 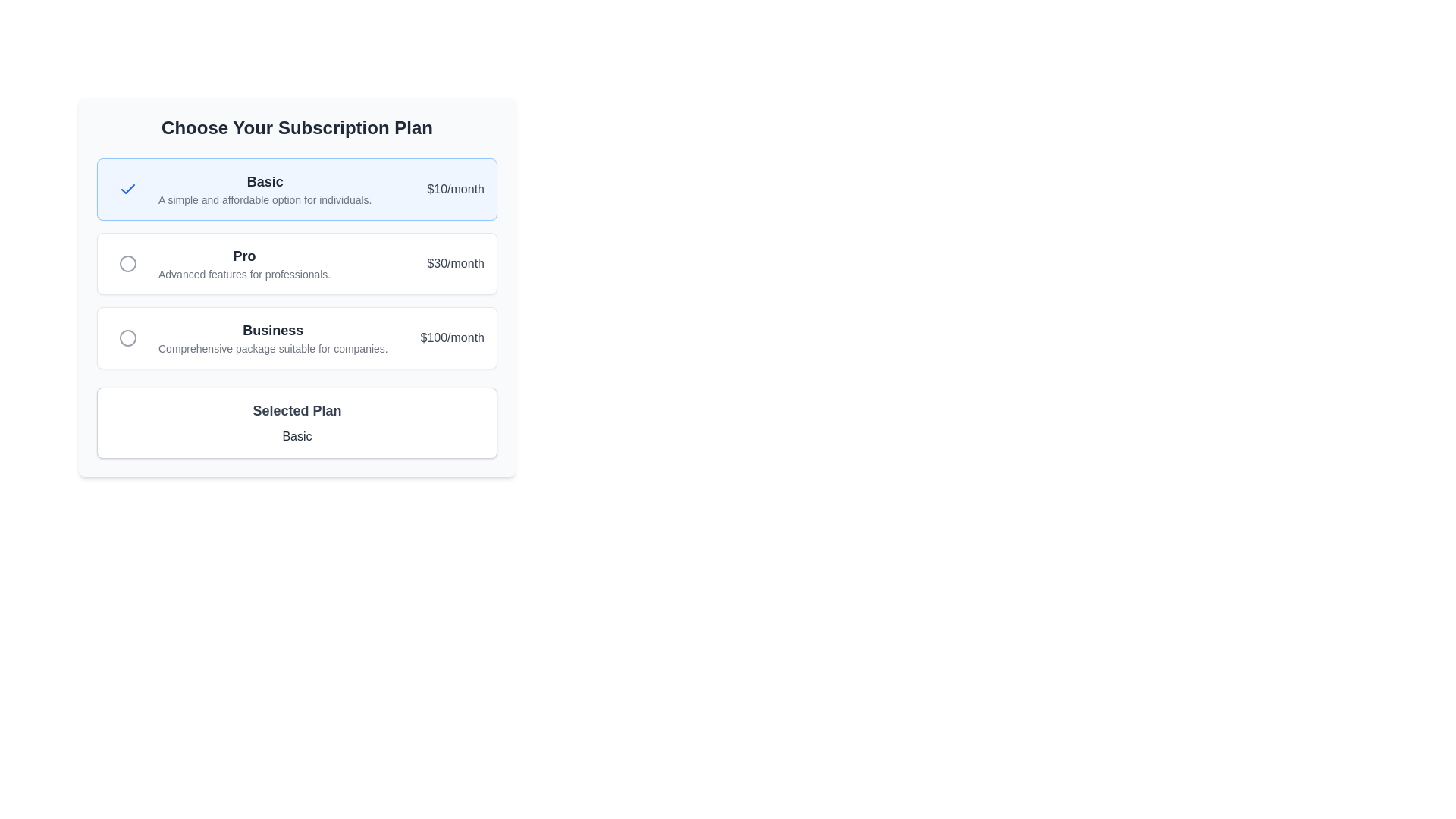 What do you see at coordinates (273, 348) in the screenshot?
I see `the text label that provides additional details about the 'Business' subscription plan, positioned below the title 'Business' and above its pricing detail` at bounding box center [273, 348].